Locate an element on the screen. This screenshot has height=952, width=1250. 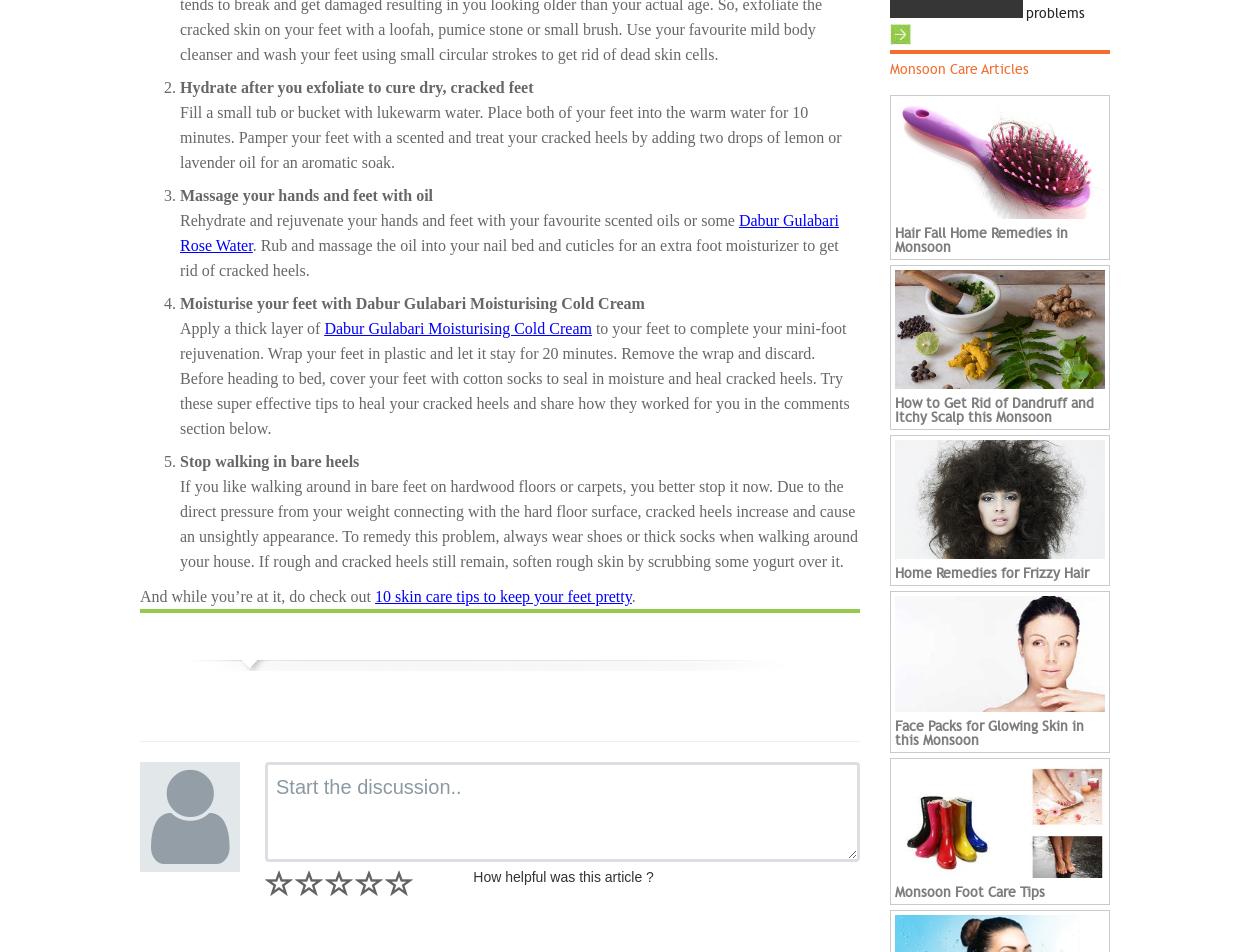
'Stop walking in bare heels' is located at coordinates (180, 460).